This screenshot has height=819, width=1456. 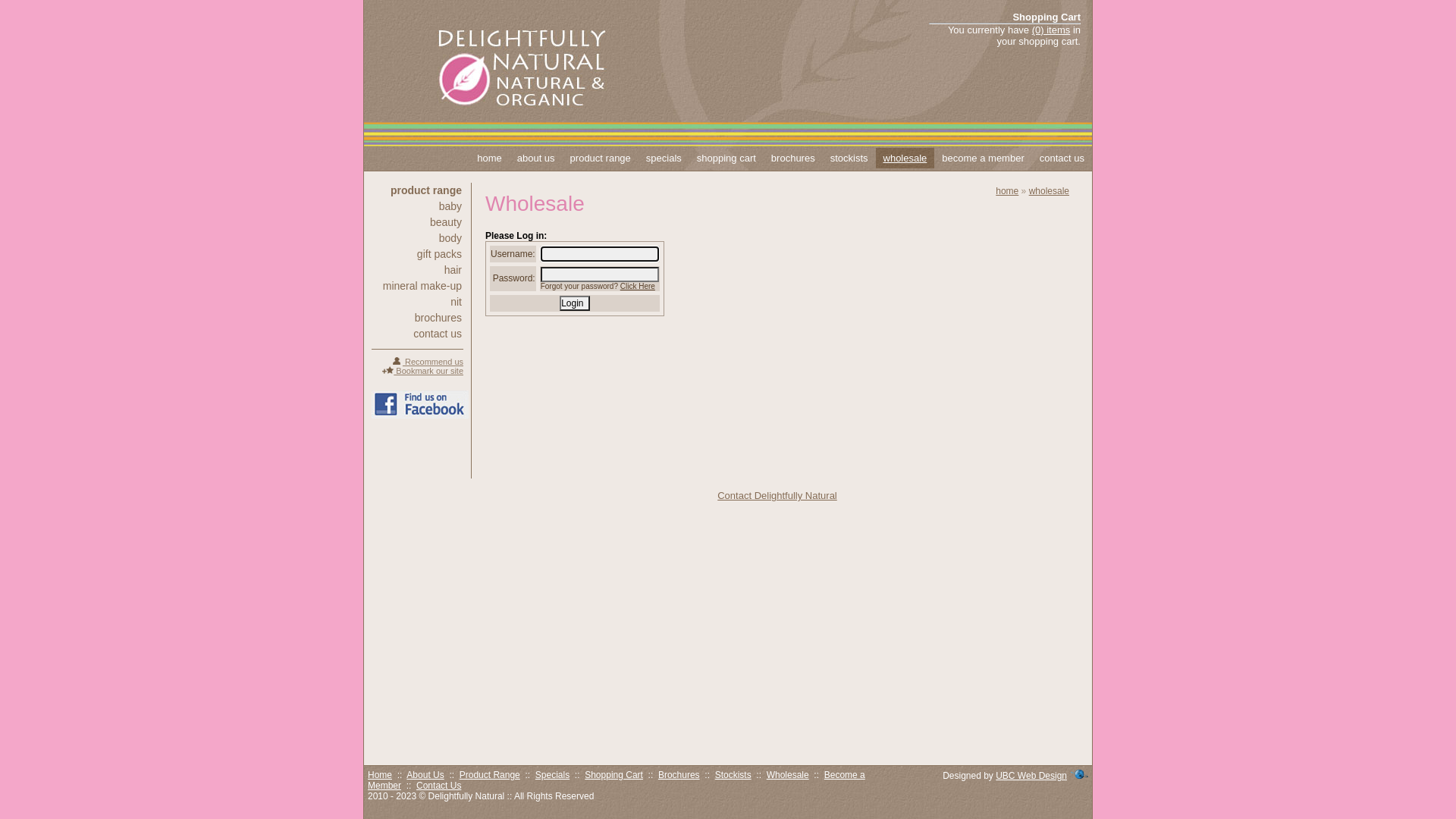 What do you see at coordinates (613, 775) in the screenshot?
I see `'Shopping Cart'` at bounding box center [613, 775].